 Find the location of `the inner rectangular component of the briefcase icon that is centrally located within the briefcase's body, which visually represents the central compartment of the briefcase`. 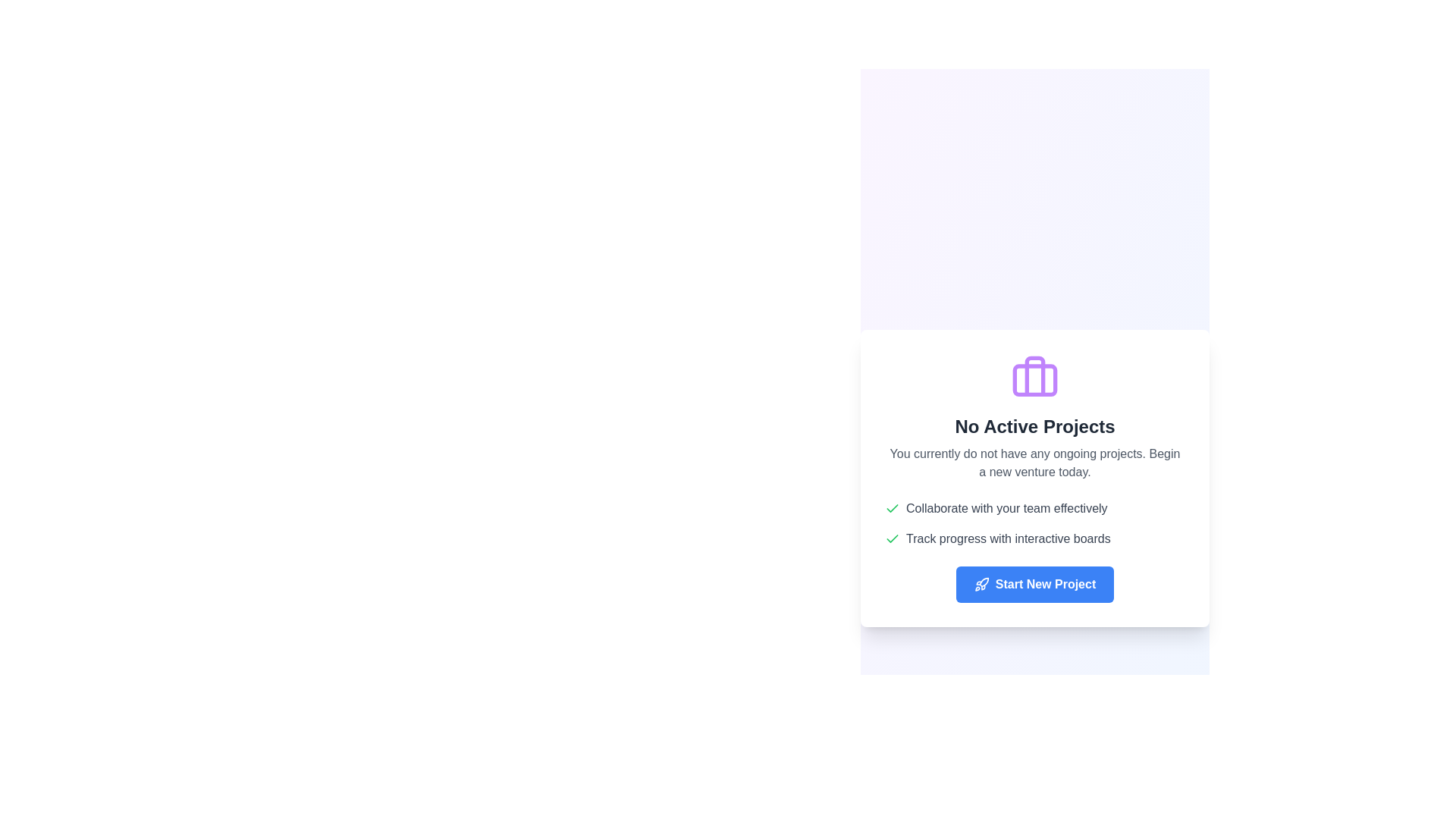

the inner rectangular component of the briefcase icon that is centrally located within the briefcase's body, which visually represents the central compartment of the briefcase is located at coordinates (1034, 379).